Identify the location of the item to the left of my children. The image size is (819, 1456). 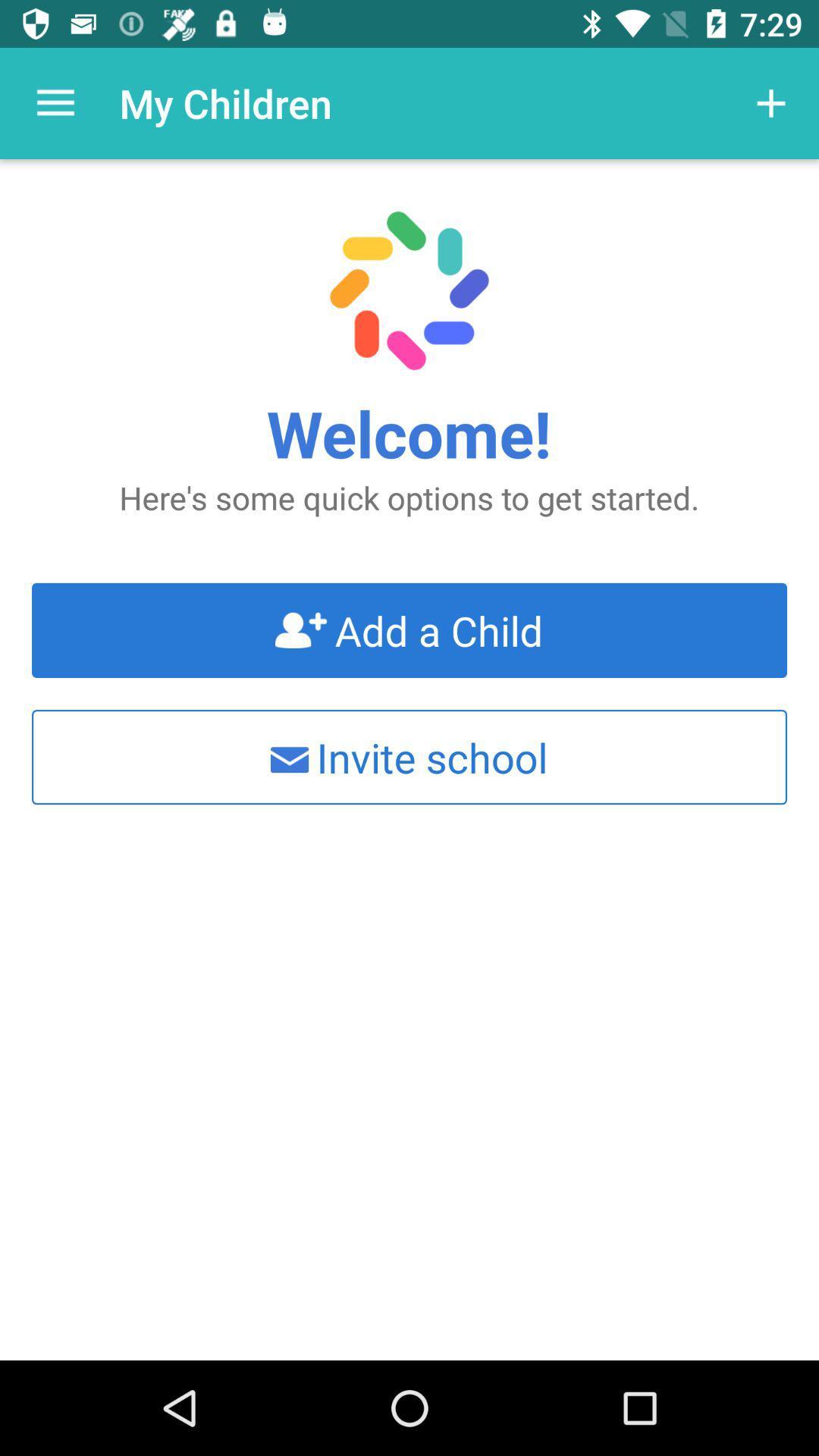
(55, 102).